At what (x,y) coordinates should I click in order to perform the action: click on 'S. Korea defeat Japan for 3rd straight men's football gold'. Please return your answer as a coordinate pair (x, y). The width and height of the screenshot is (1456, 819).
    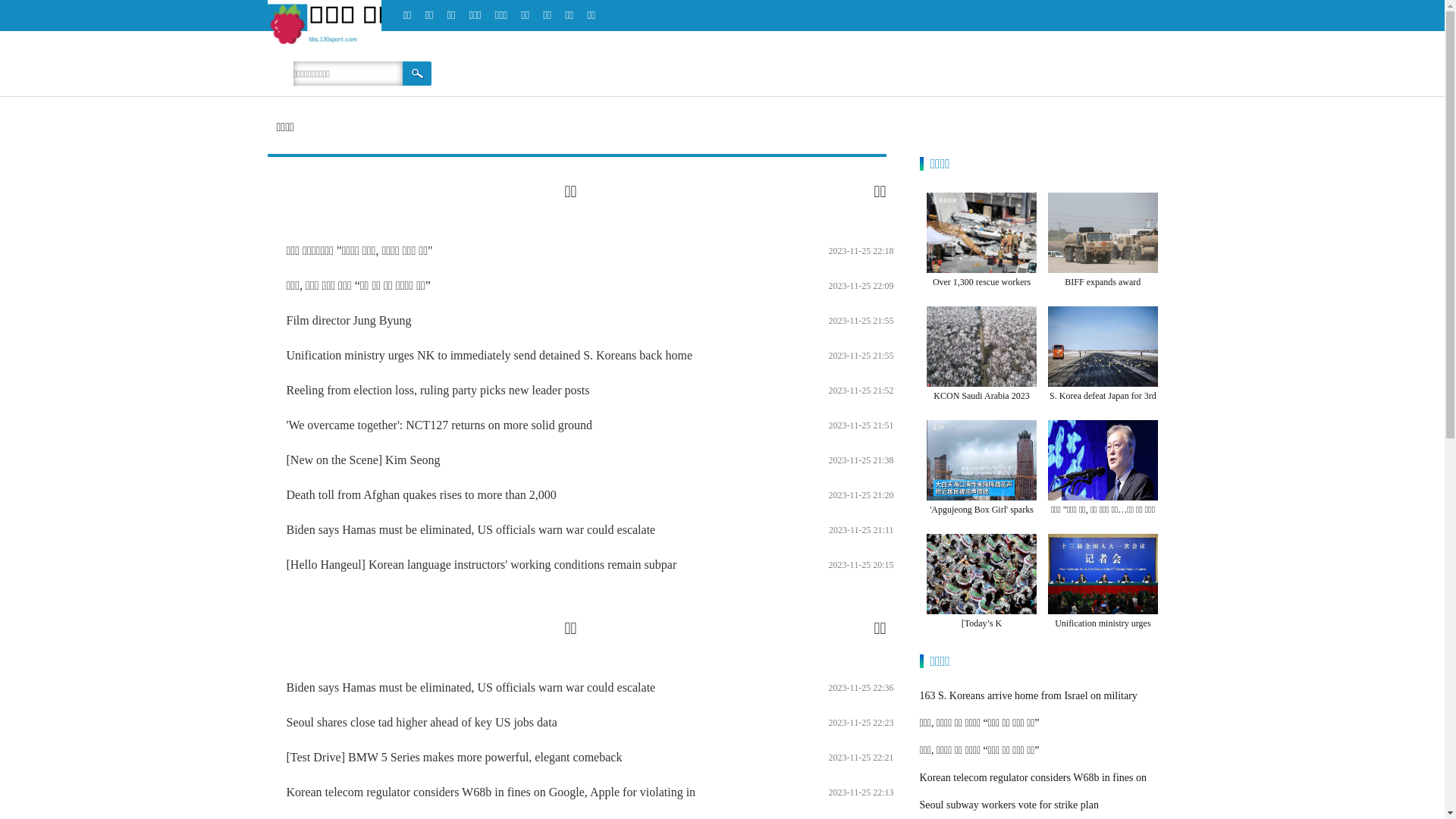
    Looking at the image, I should click on (1103, 403).